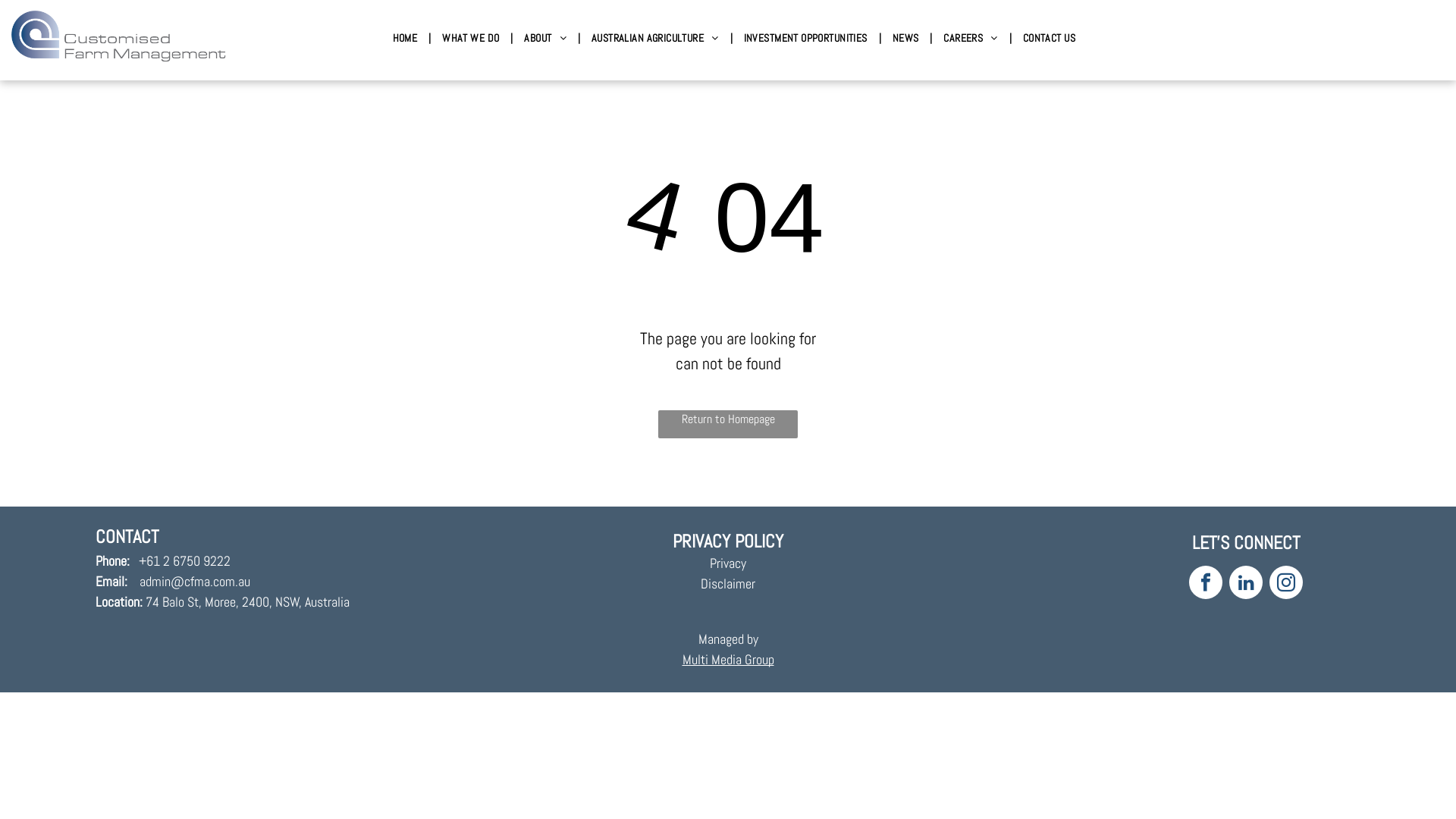 The width and height of the screenshot is (1456, 819). What do you see at coordinates (905, 38) in the screenshot?
I see `'NEWS'` at bounding box center [905, 38].